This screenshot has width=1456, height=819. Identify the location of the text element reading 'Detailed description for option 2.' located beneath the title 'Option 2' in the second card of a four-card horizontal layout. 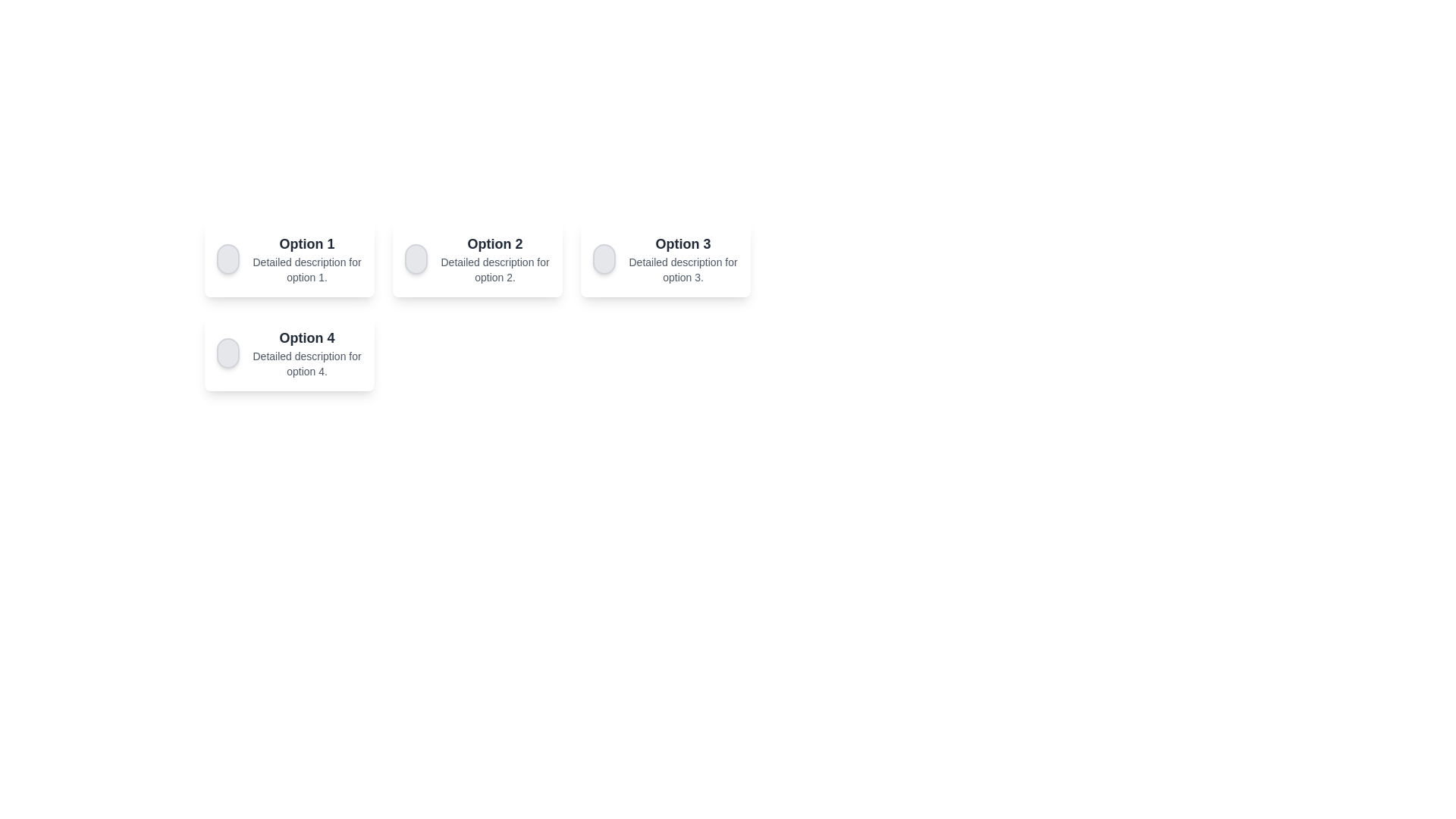
(494, 268).